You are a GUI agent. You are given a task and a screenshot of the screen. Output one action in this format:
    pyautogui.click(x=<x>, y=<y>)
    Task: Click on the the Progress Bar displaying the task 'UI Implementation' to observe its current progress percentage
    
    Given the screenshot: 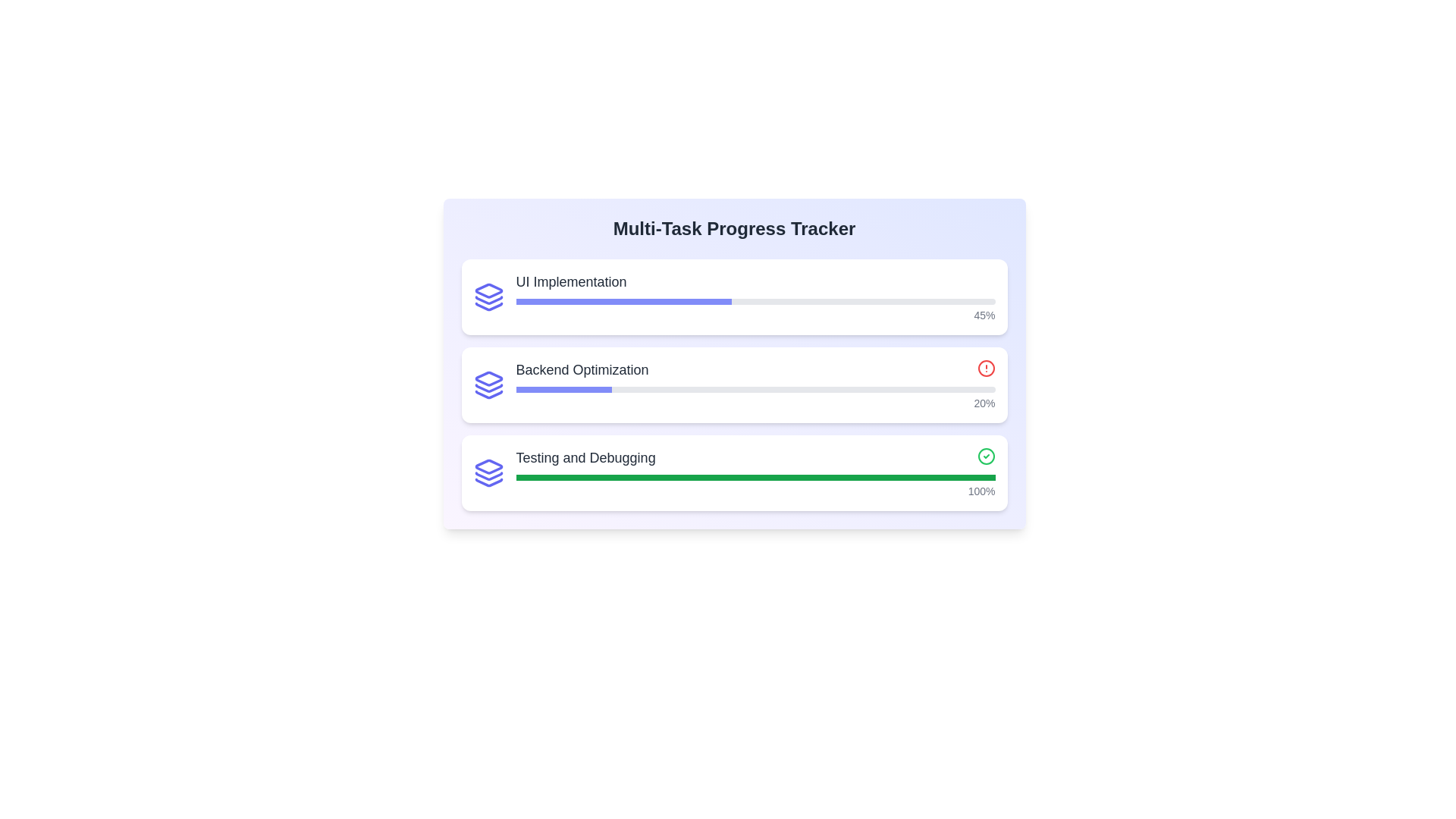 What is the action you would take?
    pyautogui.click(x=755, y=297)
    